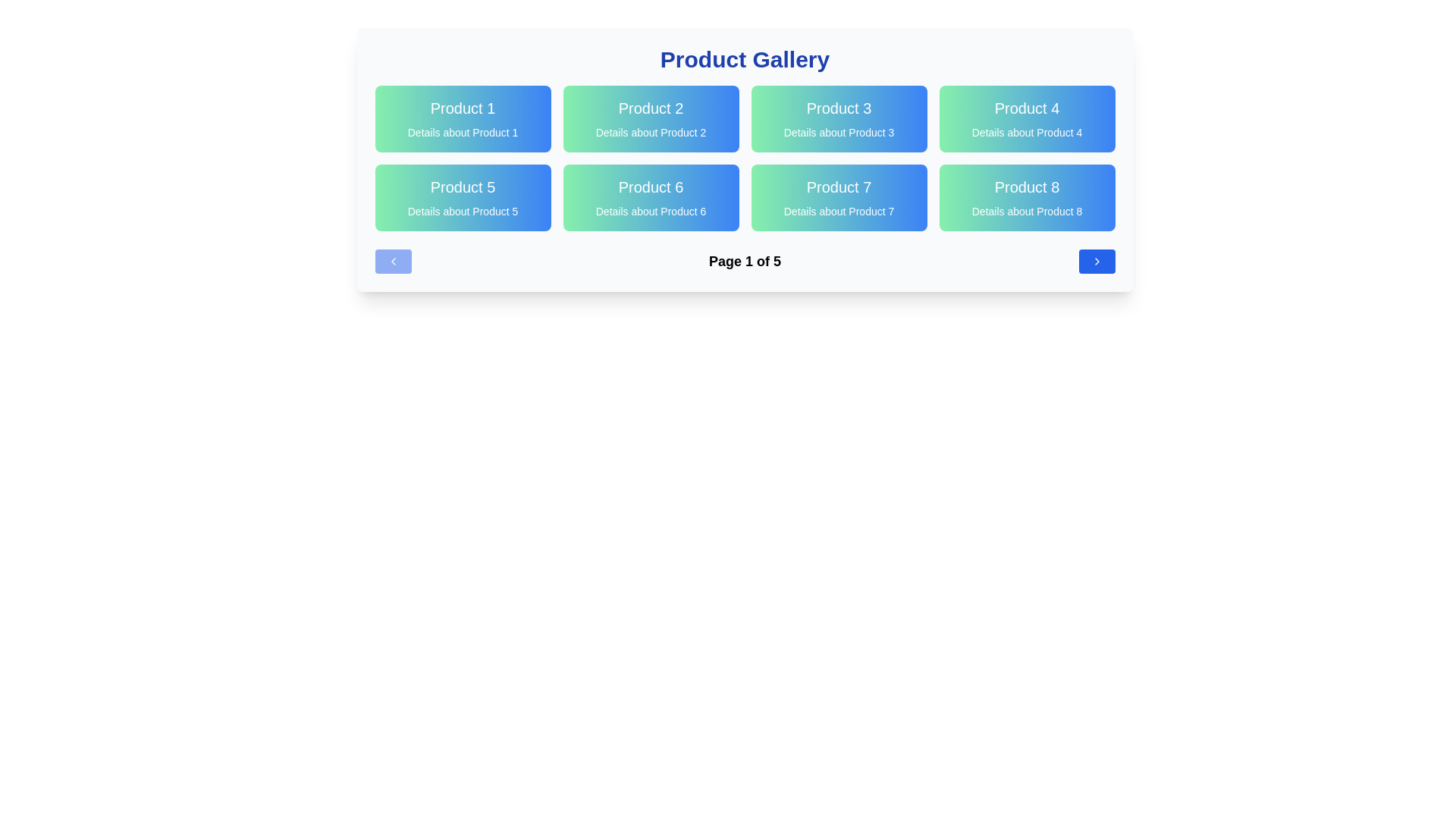  Describe the element at coordinates (1027, 186) in the screenshot. I see `the static text element displaying the product name located in the bottom-right card of a 2x4 grid layout` at that location.